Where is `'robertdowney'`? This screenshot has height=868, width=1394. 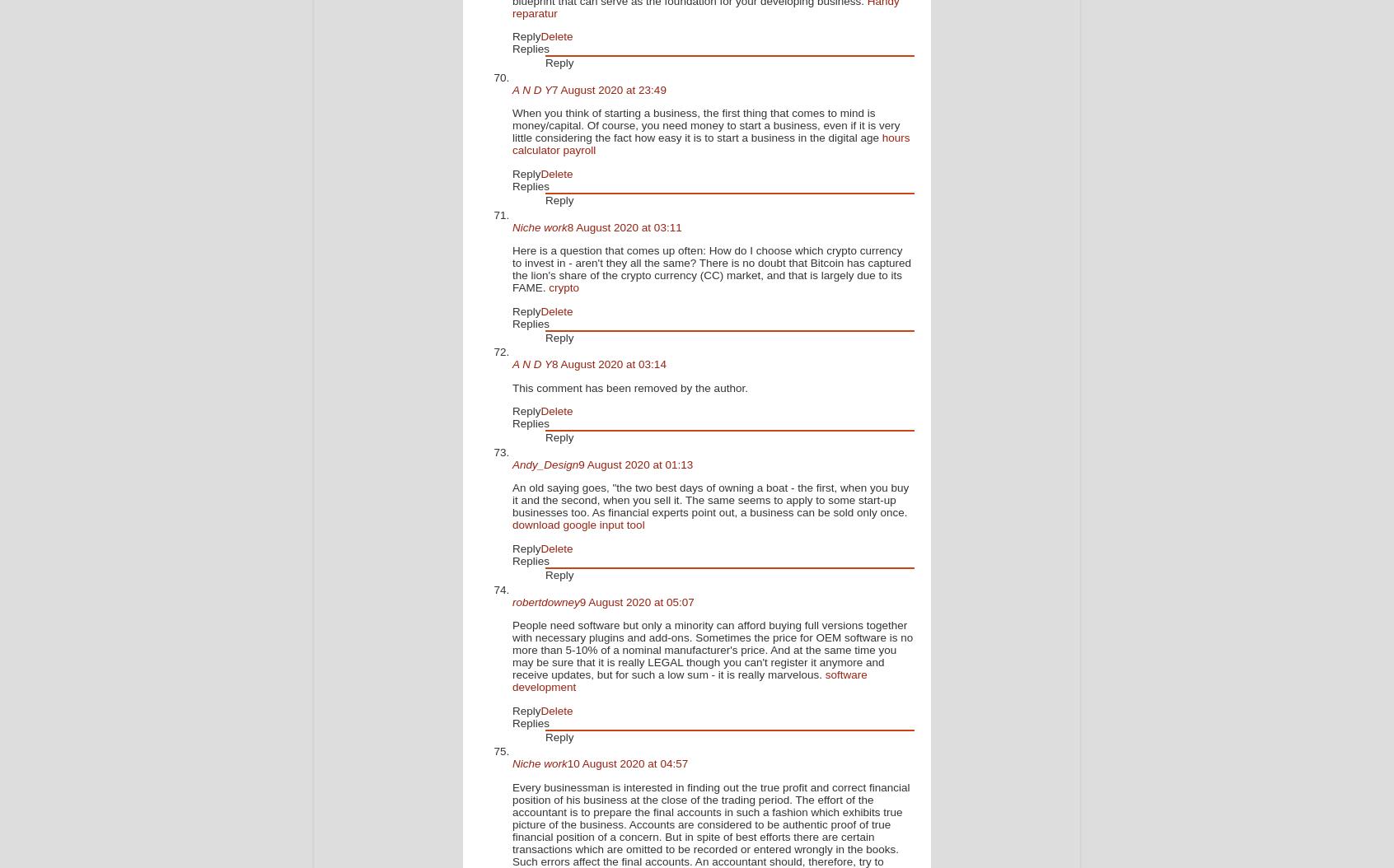 'robertdowney' is located at coordinates (511, 600).